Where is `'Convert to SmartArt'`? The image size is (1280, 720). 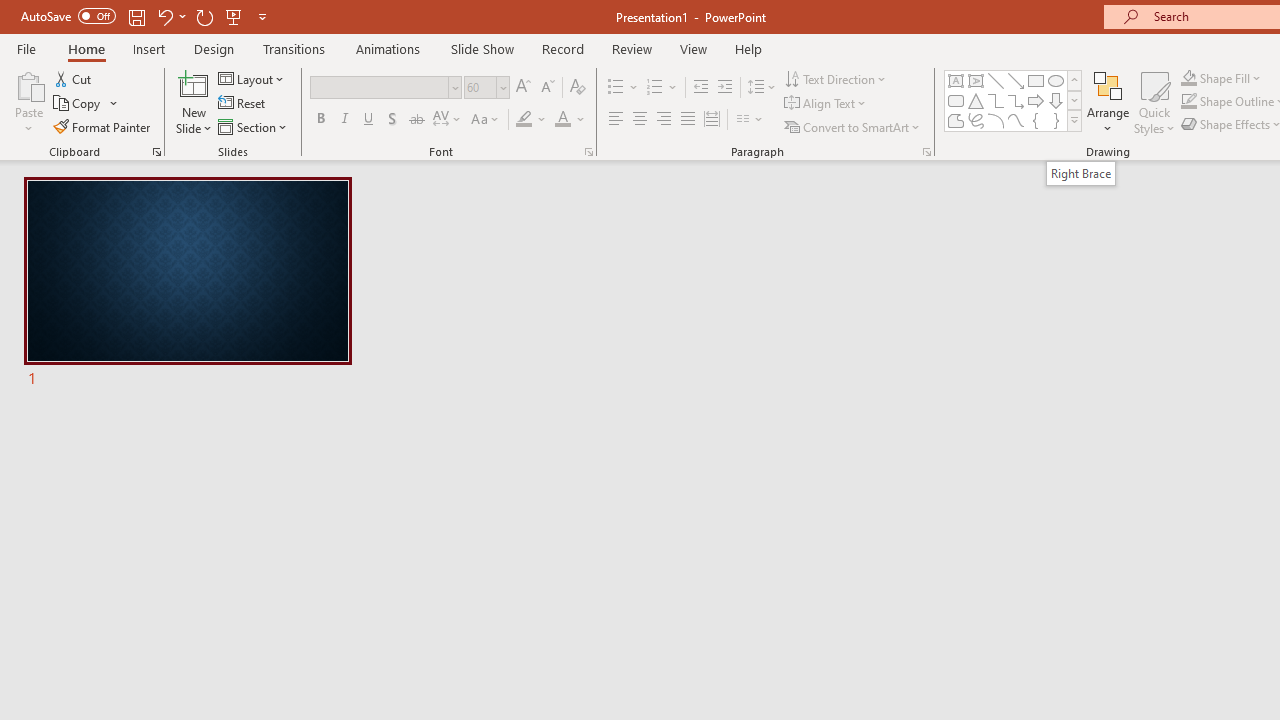
'Convert to SmartArt' is located at coordinates (853, 127).